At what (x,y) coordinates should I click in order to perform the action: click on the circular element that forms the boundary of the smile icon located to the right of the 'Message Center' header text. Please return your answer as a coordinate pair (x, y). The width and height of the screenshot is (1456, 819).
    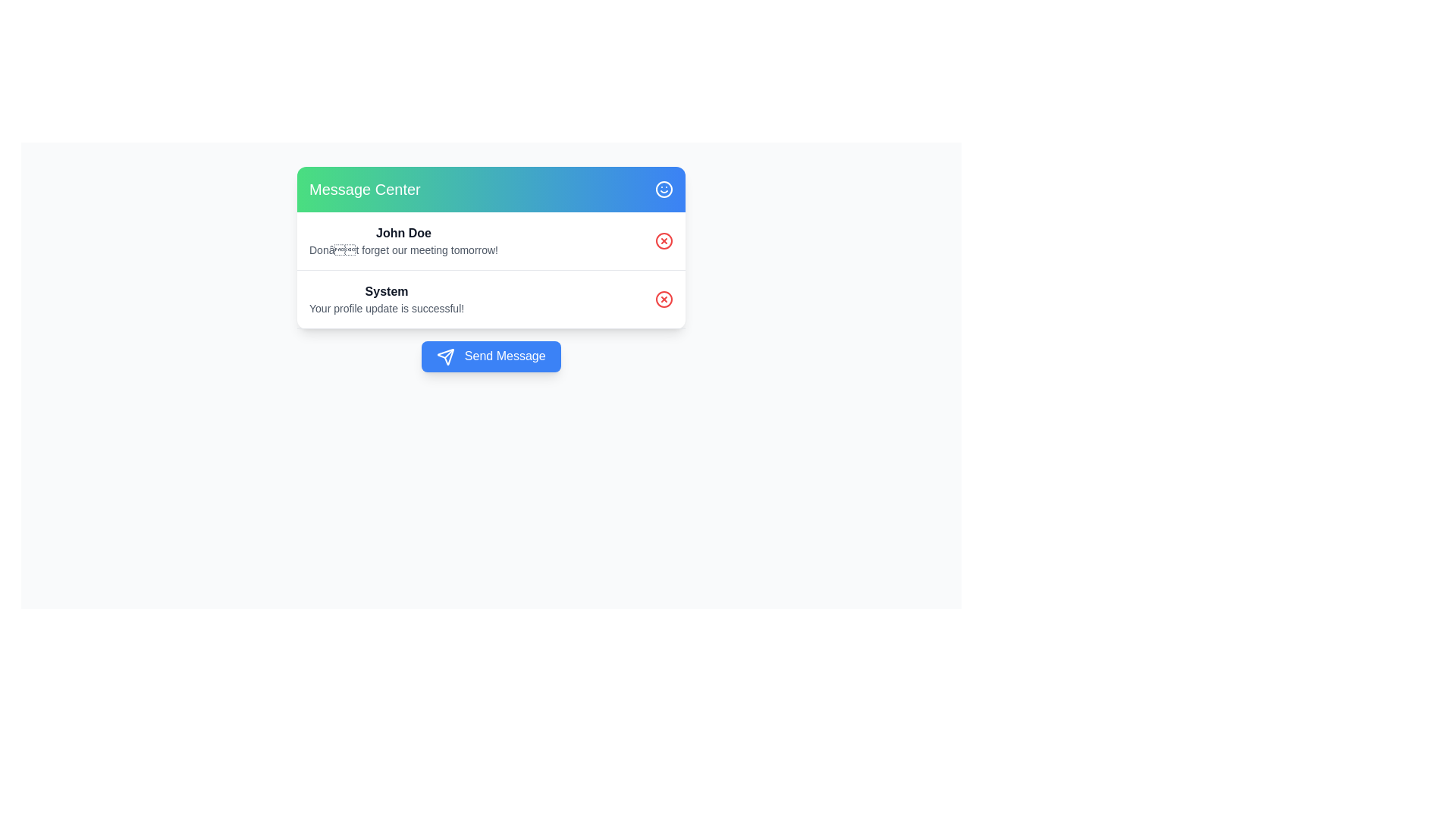
    Looking at the image, I should click on (664, 189).